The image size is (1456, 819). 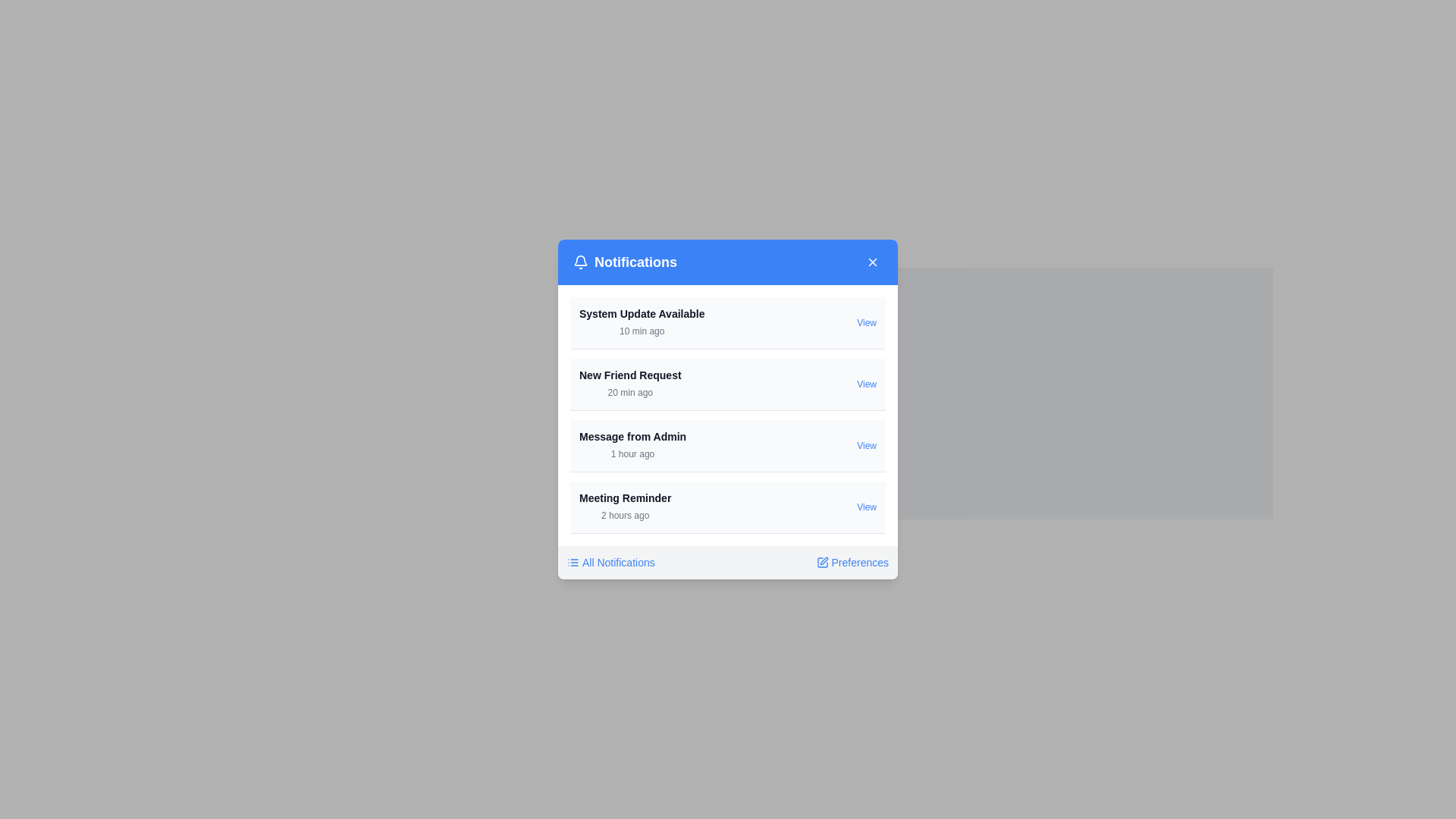 What do you see at coordinates (642, 312) in the screenshot?
I see `the text label conveying the title or summary of the notification related to a system update, which is located at the top of the notification panel, above the timestamp '10 min ago'` at bounding box center [642, 312].